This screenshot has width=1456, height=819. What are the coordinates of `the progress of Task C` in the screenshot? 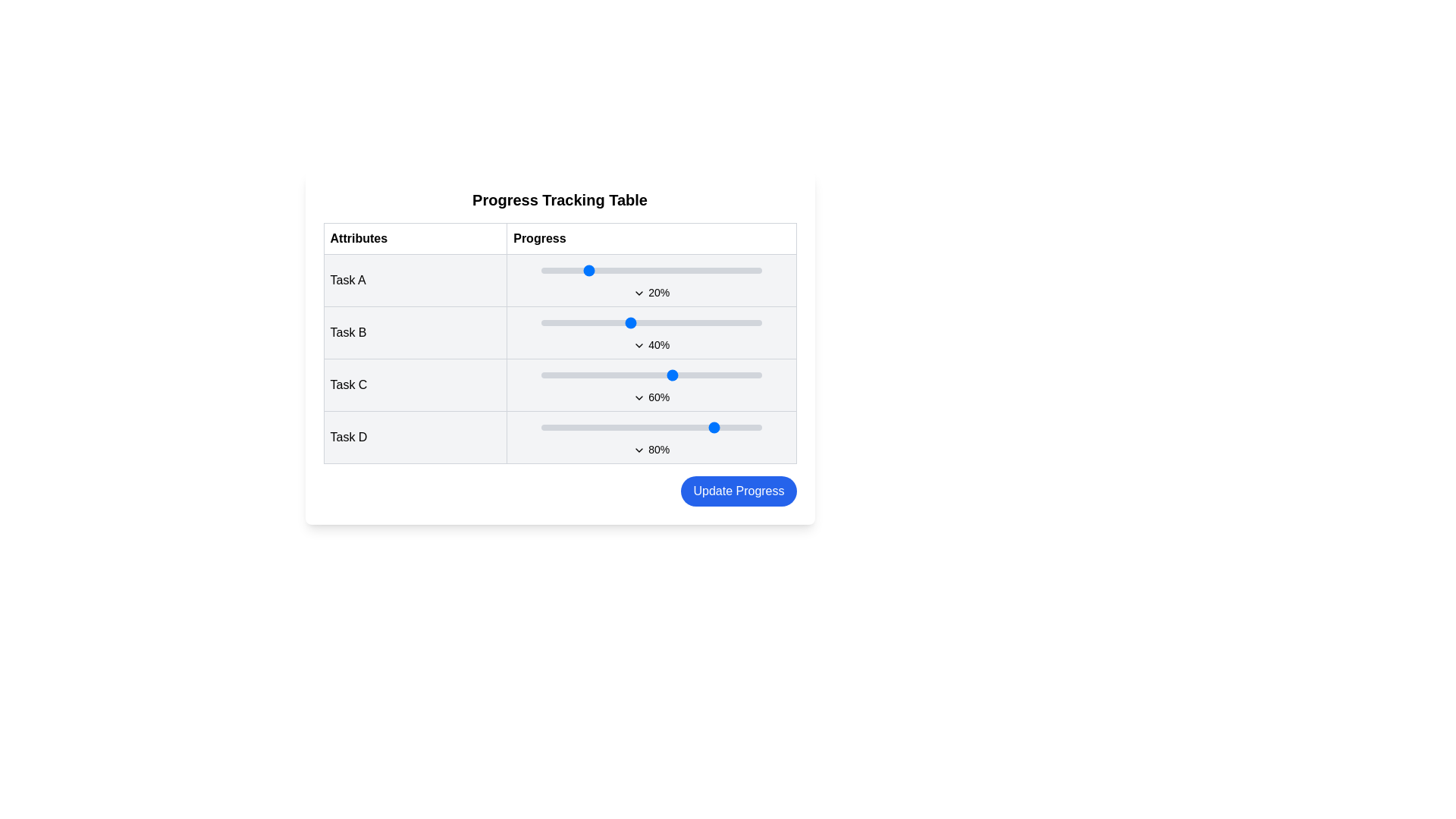 It's located at (679, 375).